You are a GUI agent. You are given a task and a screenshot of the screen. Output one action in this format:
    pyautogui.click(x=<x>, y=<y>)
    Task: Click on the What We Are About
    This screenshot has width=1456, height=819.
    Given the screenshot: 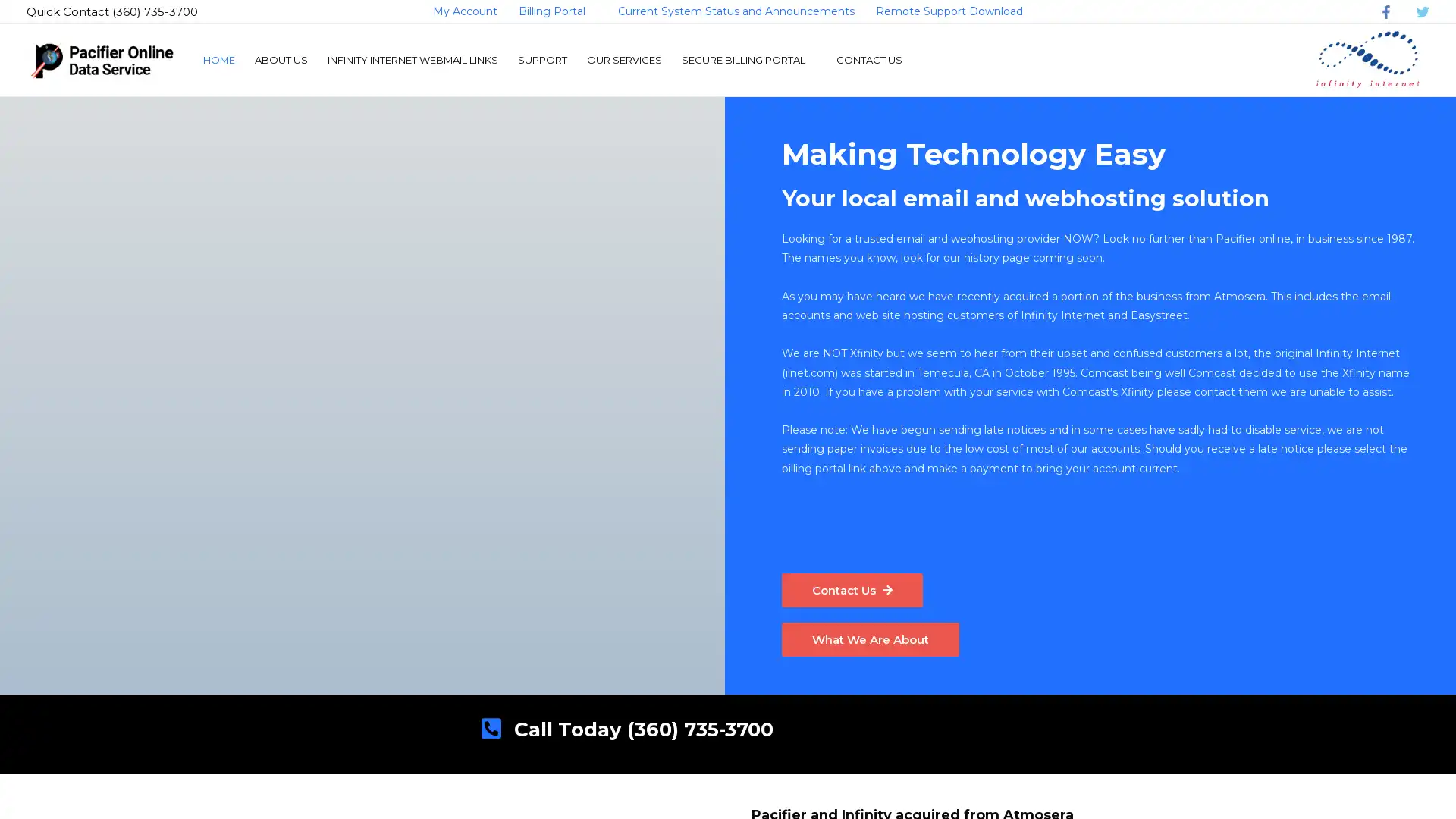 What is the action you would take?
    pyautogui.click(x=874, y=641)
    